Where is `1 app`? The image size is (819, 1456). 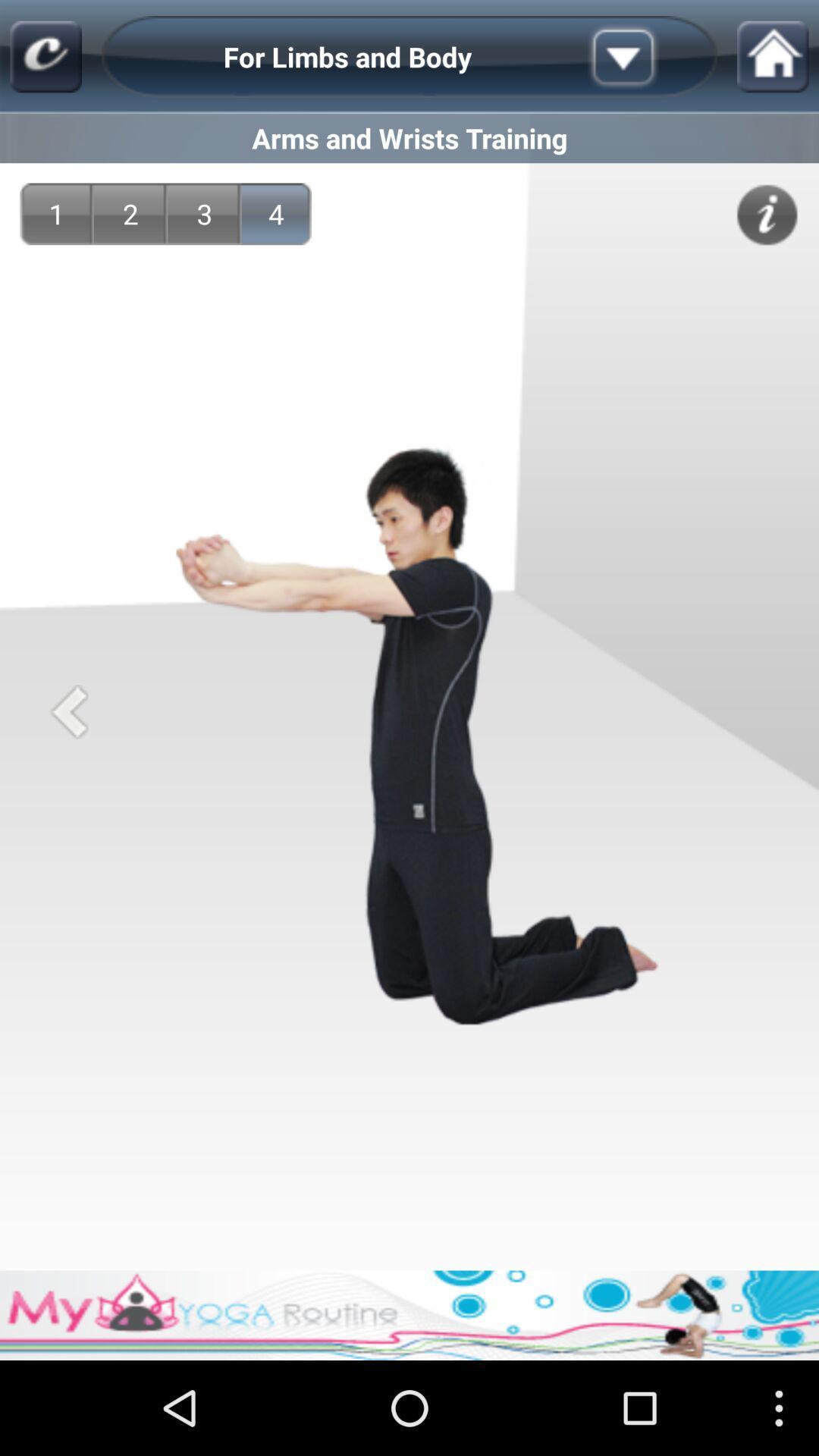 1 app is located at coordinates (55, 213).